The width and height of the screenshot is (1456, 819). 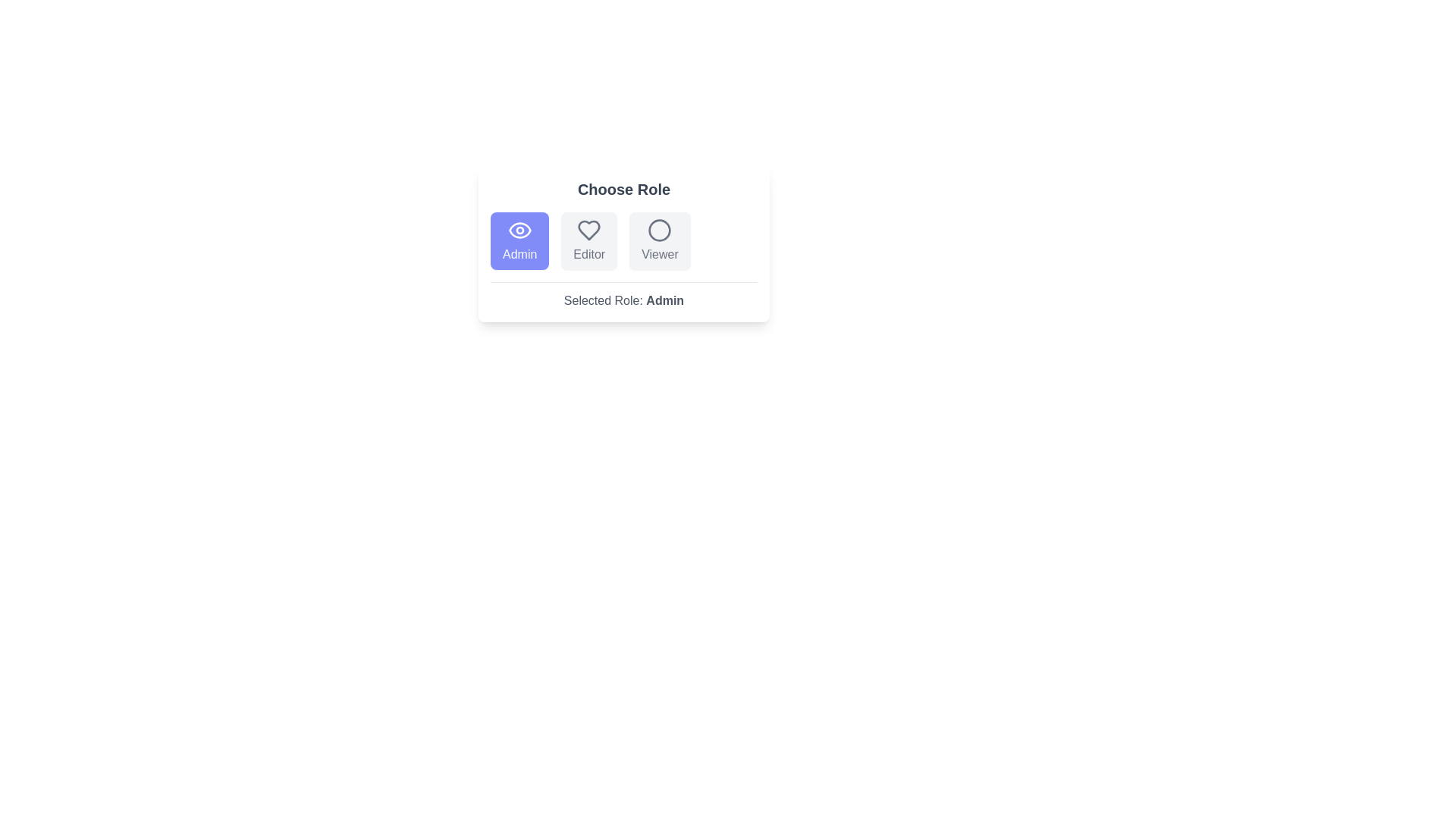 I want to click on the circular icon with a thin border that represents the 'Viewer' role selection option, so click(x=660, y=231).